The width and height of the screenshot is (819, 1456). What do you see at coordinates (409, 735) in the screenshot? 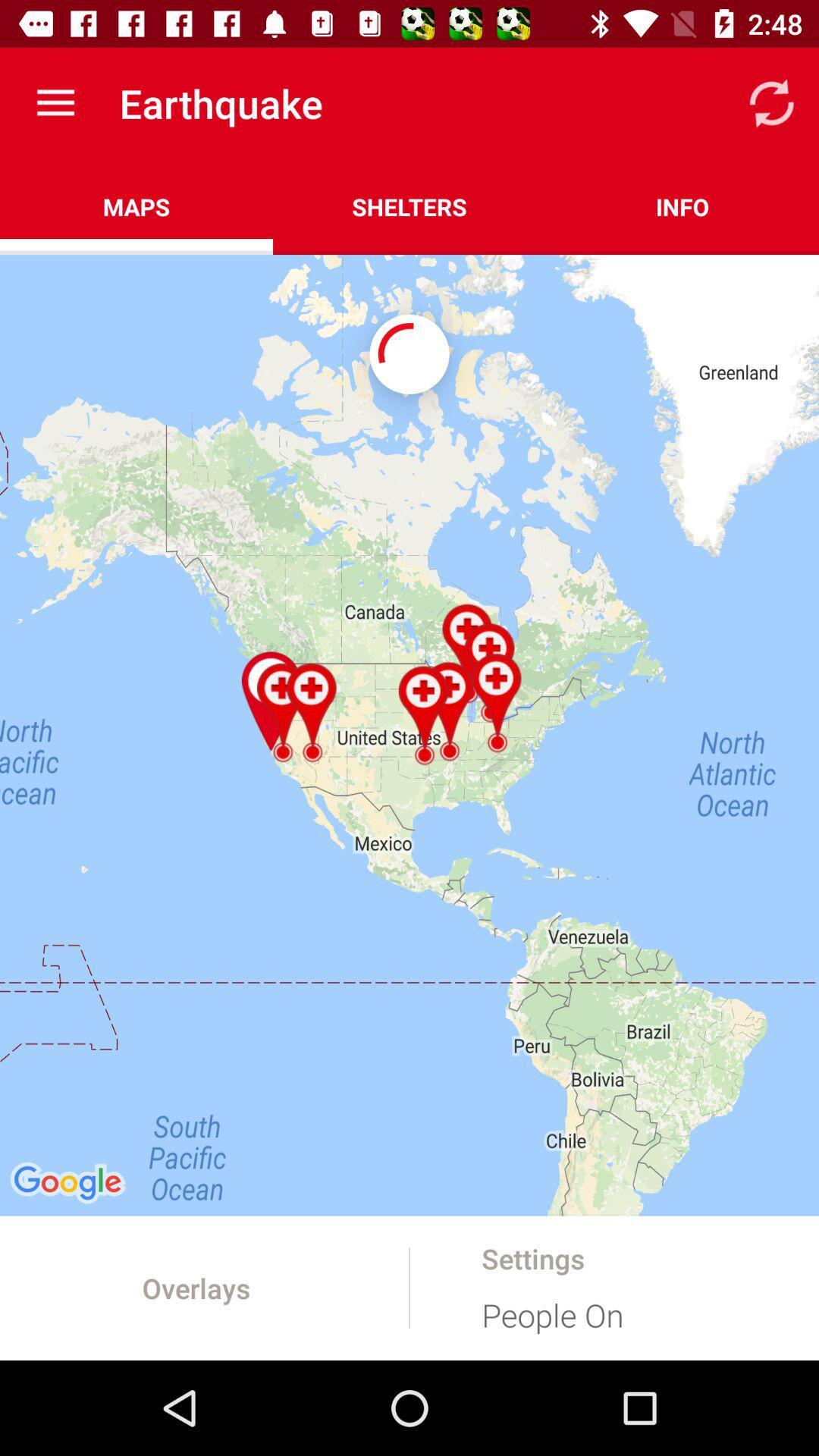
I see `item above the overlays icon` at bounding box center [409, 735].